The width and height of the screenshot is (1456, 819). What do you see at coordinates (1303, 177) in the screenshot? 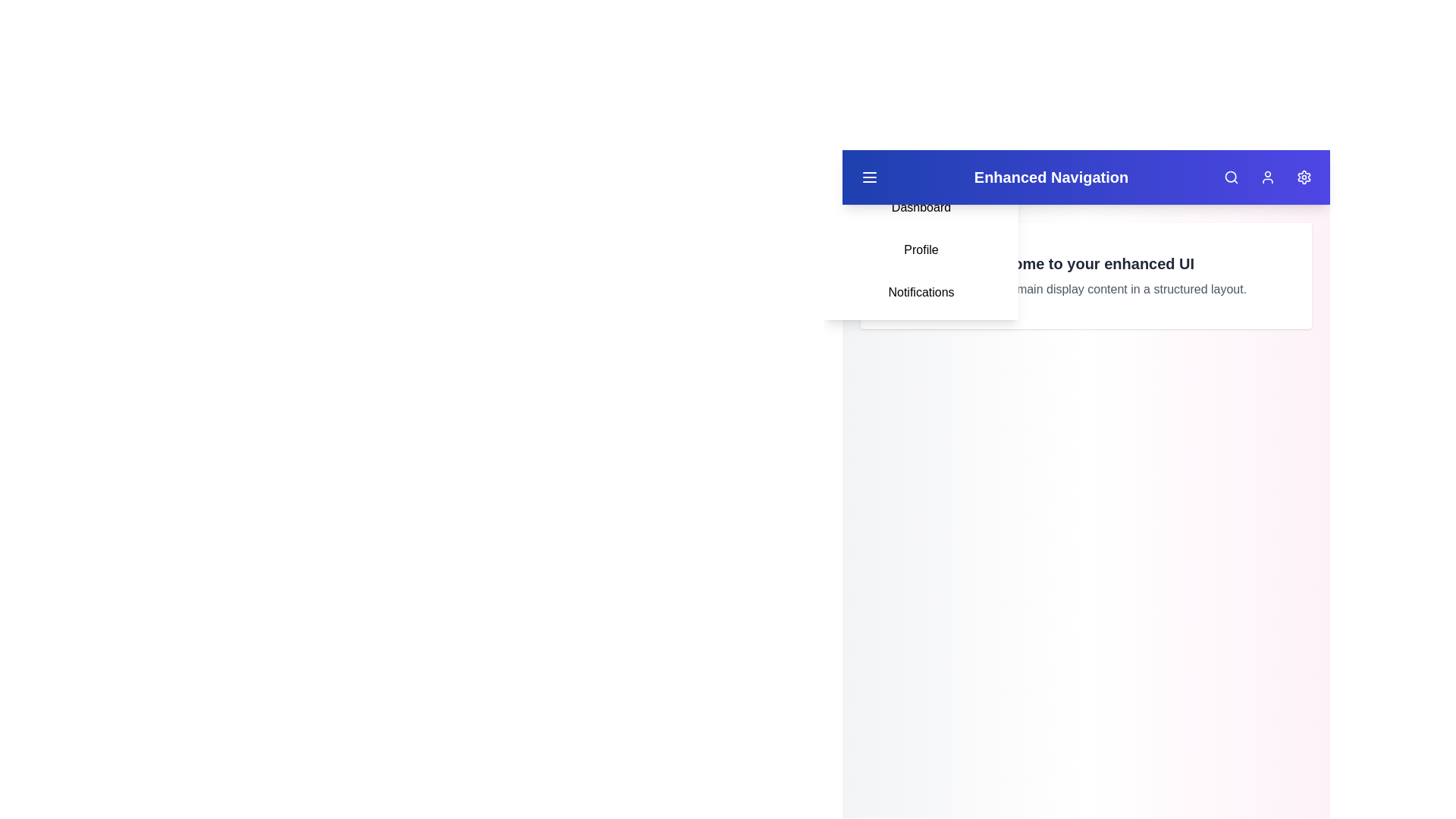
I see `the settings button located at the top-right corner of the app bar` at bounding box center [1303, 177].